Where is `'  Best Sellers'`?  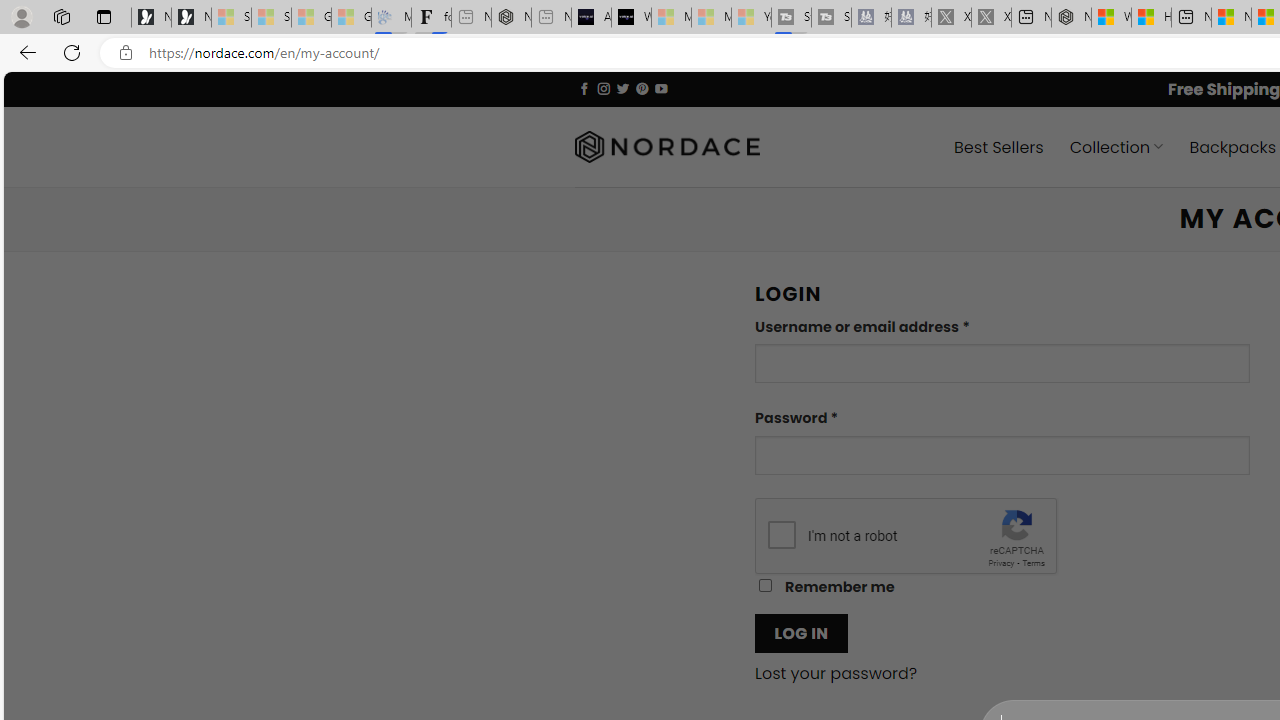
'  Best Sellers' is located at coordinates (999, 145).